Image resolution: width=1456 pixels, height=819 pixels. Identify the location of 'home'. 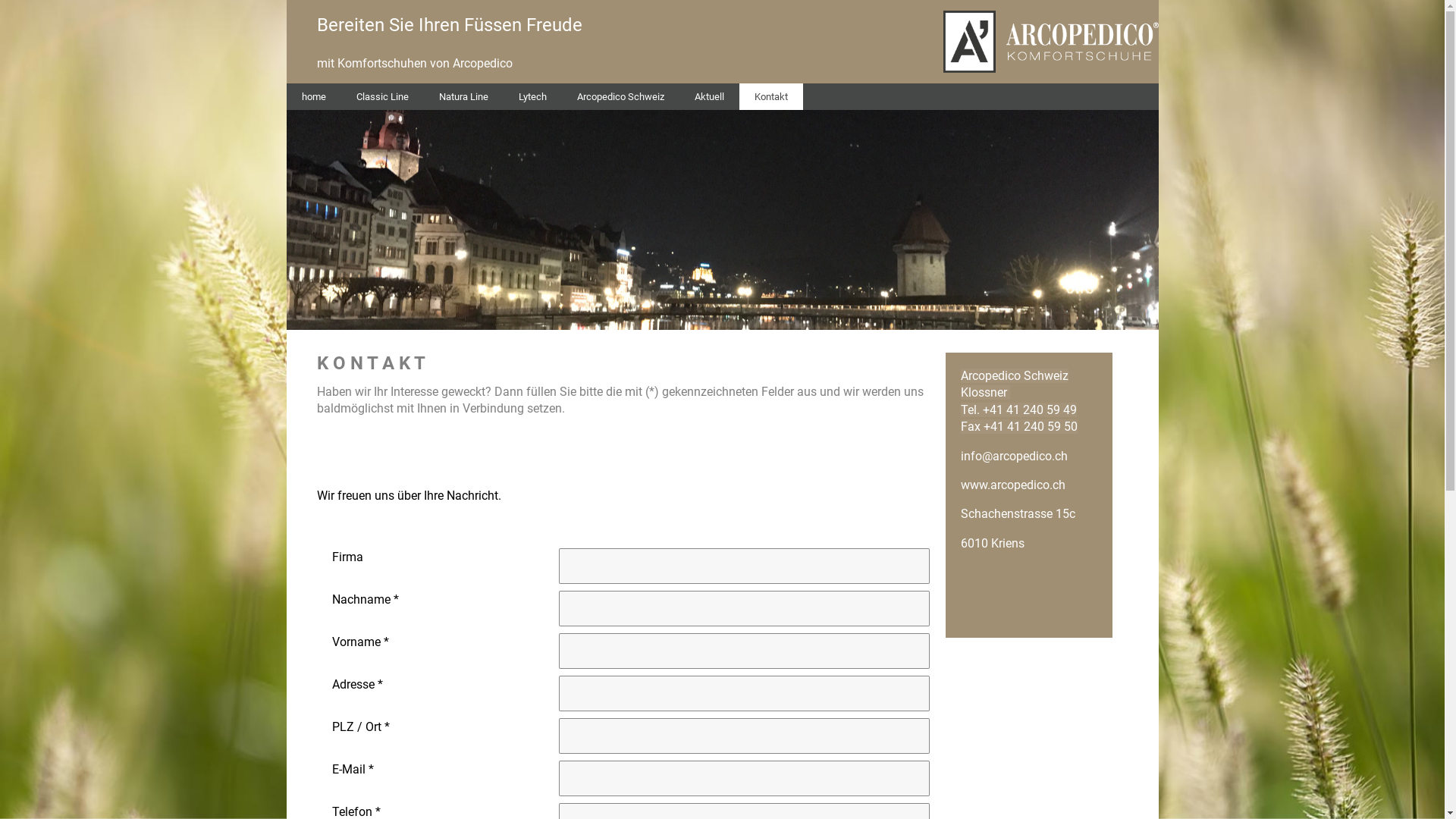
(312, 96).